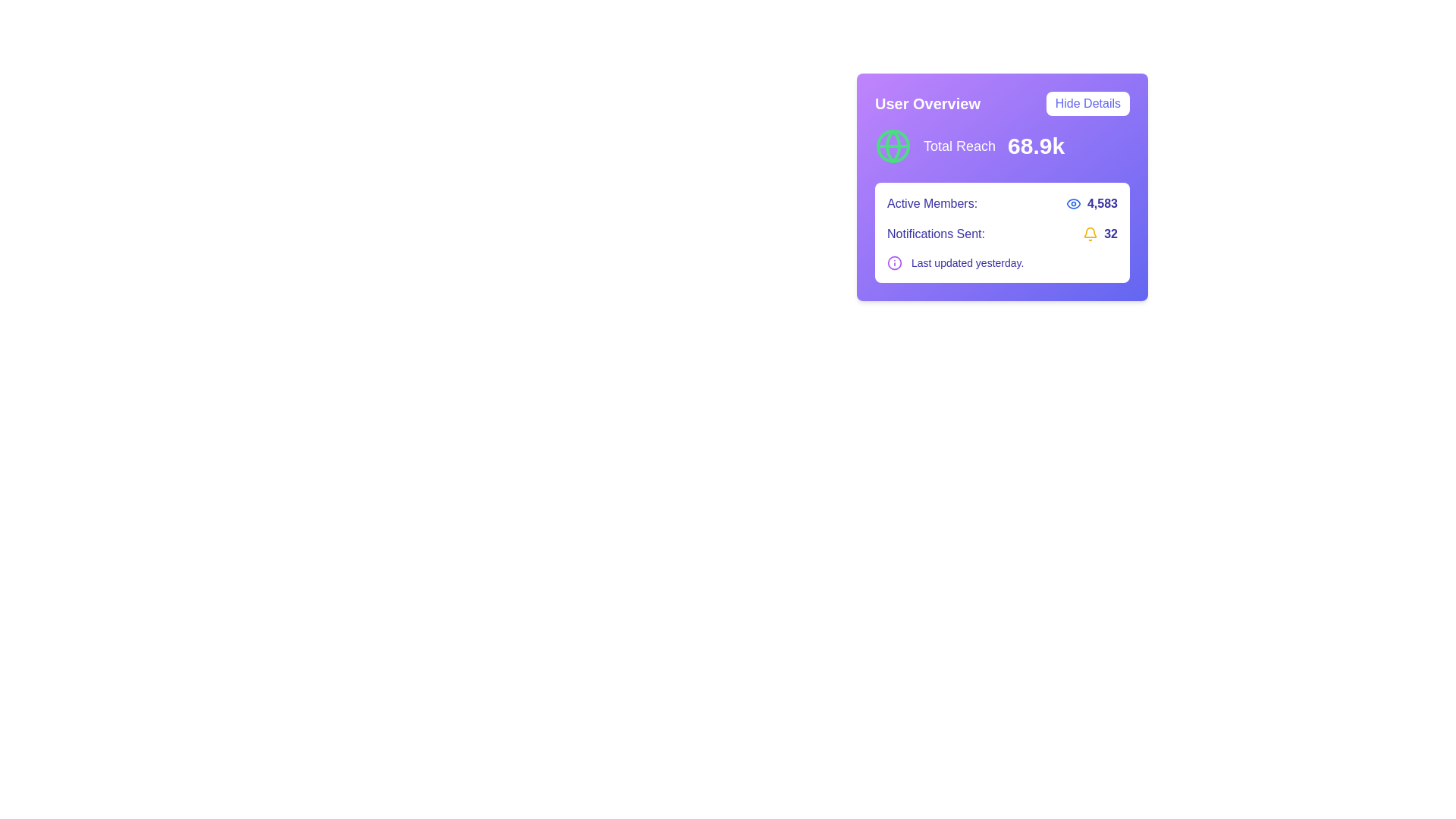  I want to click on the text displaying the count '4,583' next to the blue eye icon in the 'Active Members' section of the card layout, so click(1092, 203).